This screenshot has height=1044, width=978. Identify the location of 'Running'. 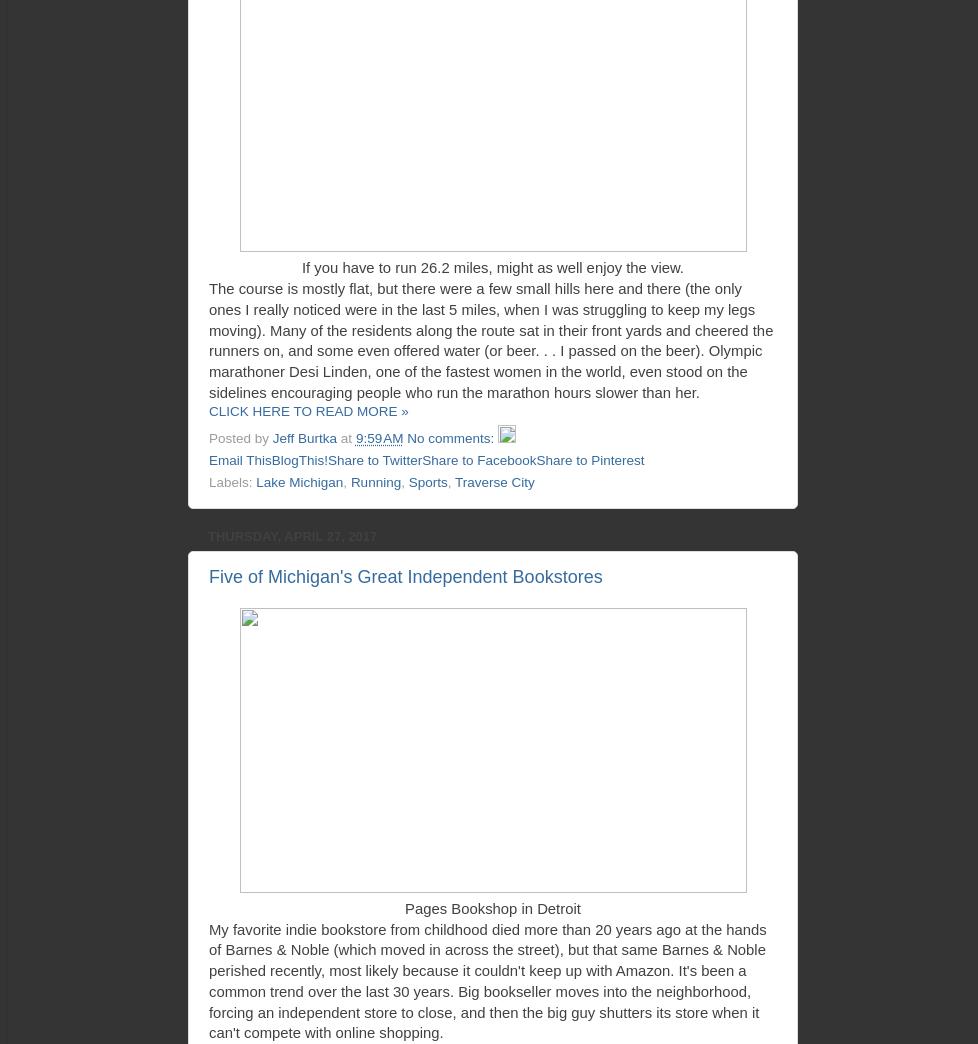
(374, 481).